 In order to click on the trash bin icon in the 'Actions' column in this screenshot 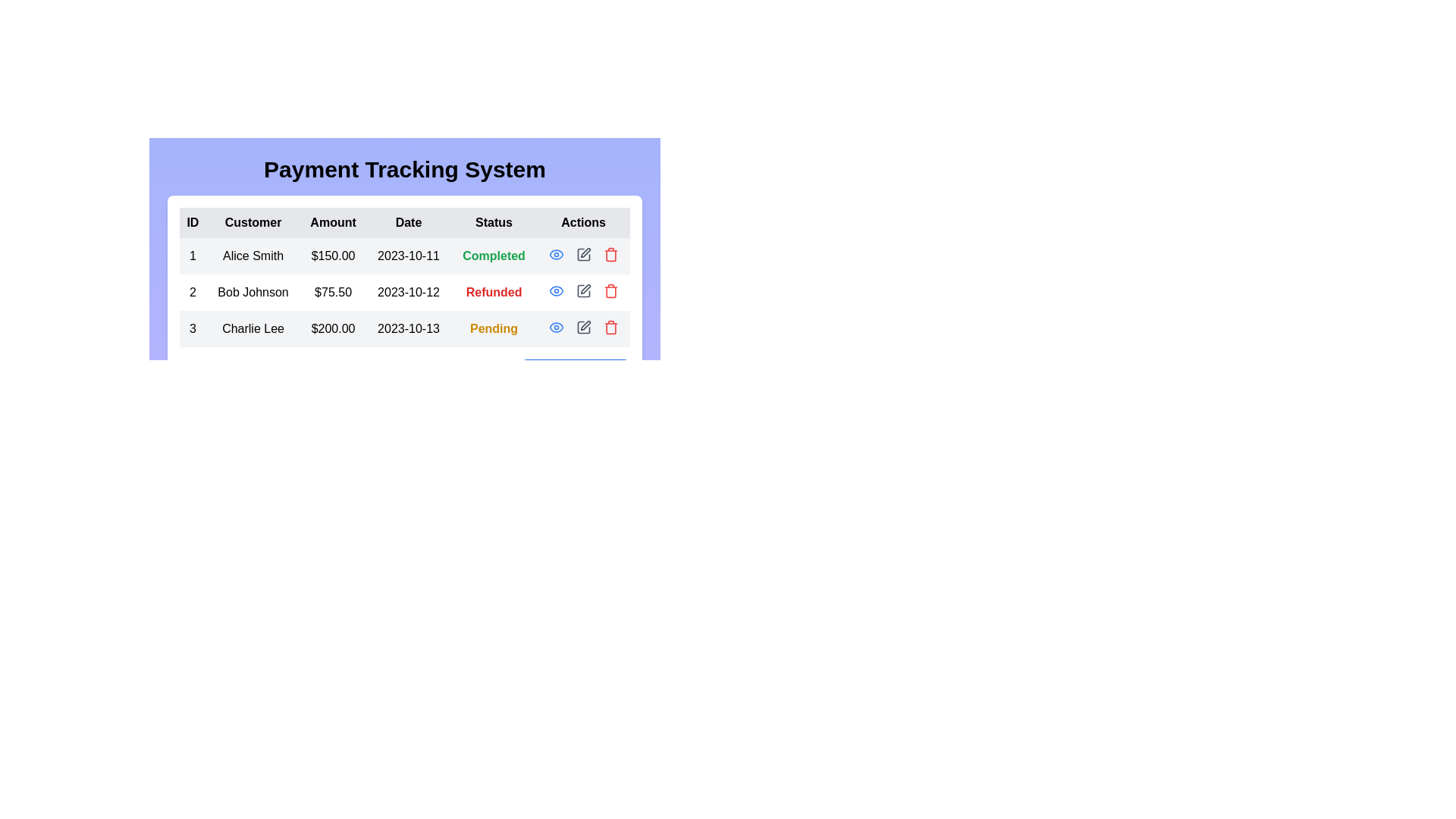, I will do `click(610, 253)`.